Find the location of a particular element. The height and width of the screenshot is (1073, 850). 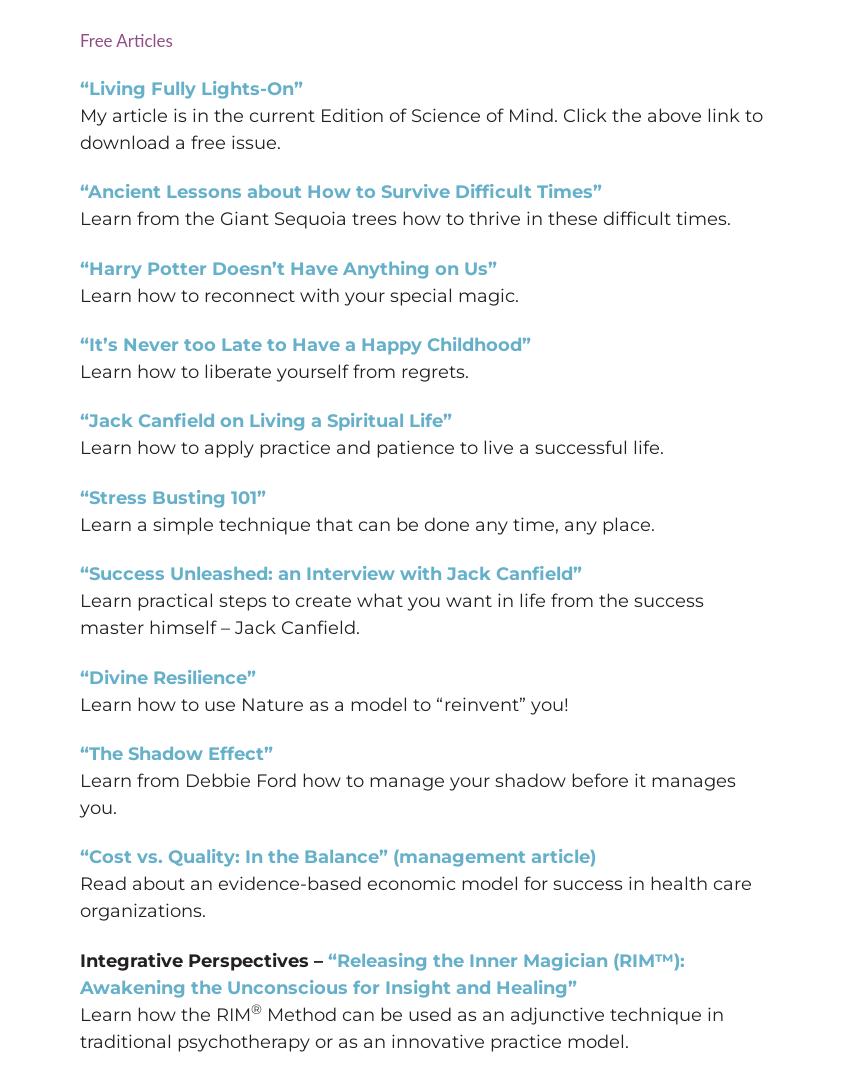

'Learn from the Giant Sequoia trees how to thrive in these difficult times.' is located at coordinates (405, 218).